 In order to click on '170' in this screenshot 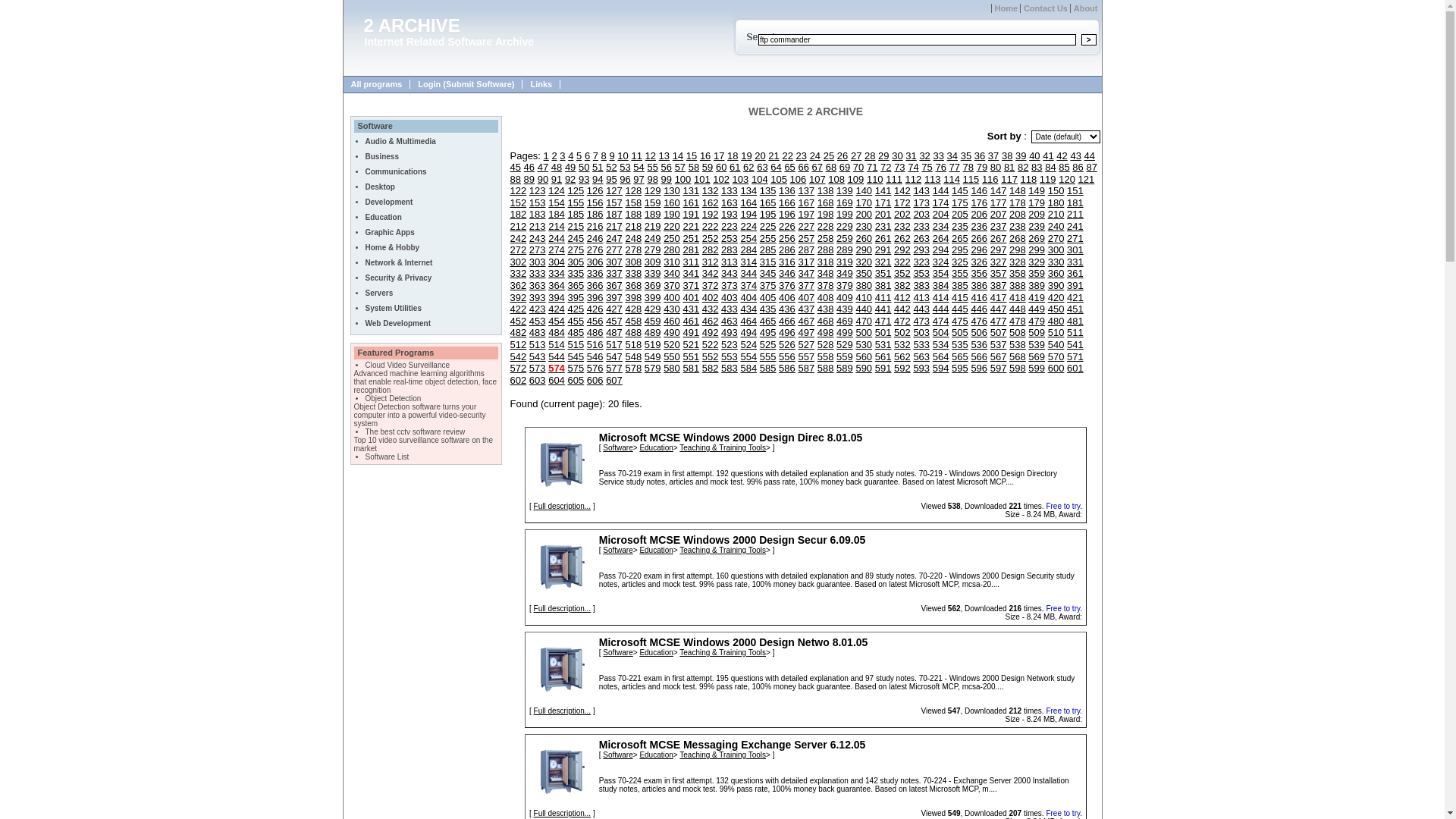, I will do `click(855, 202)`.